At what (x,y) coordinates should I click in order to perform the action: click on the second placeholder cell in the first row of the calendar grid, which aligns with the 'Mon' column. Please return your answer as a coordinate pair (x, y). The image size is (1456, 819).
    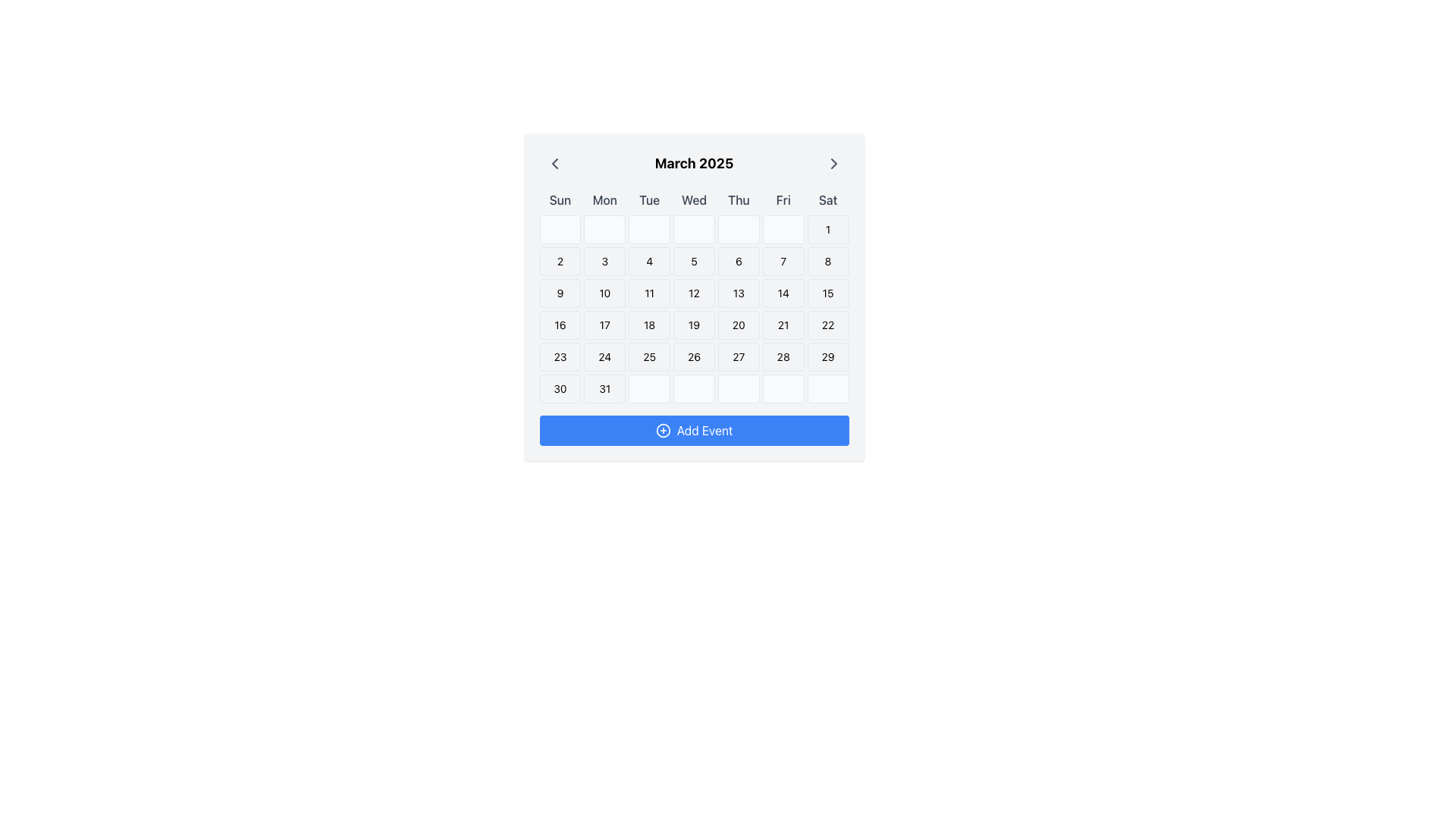
    Looking at the image, I should click on (604, 230).